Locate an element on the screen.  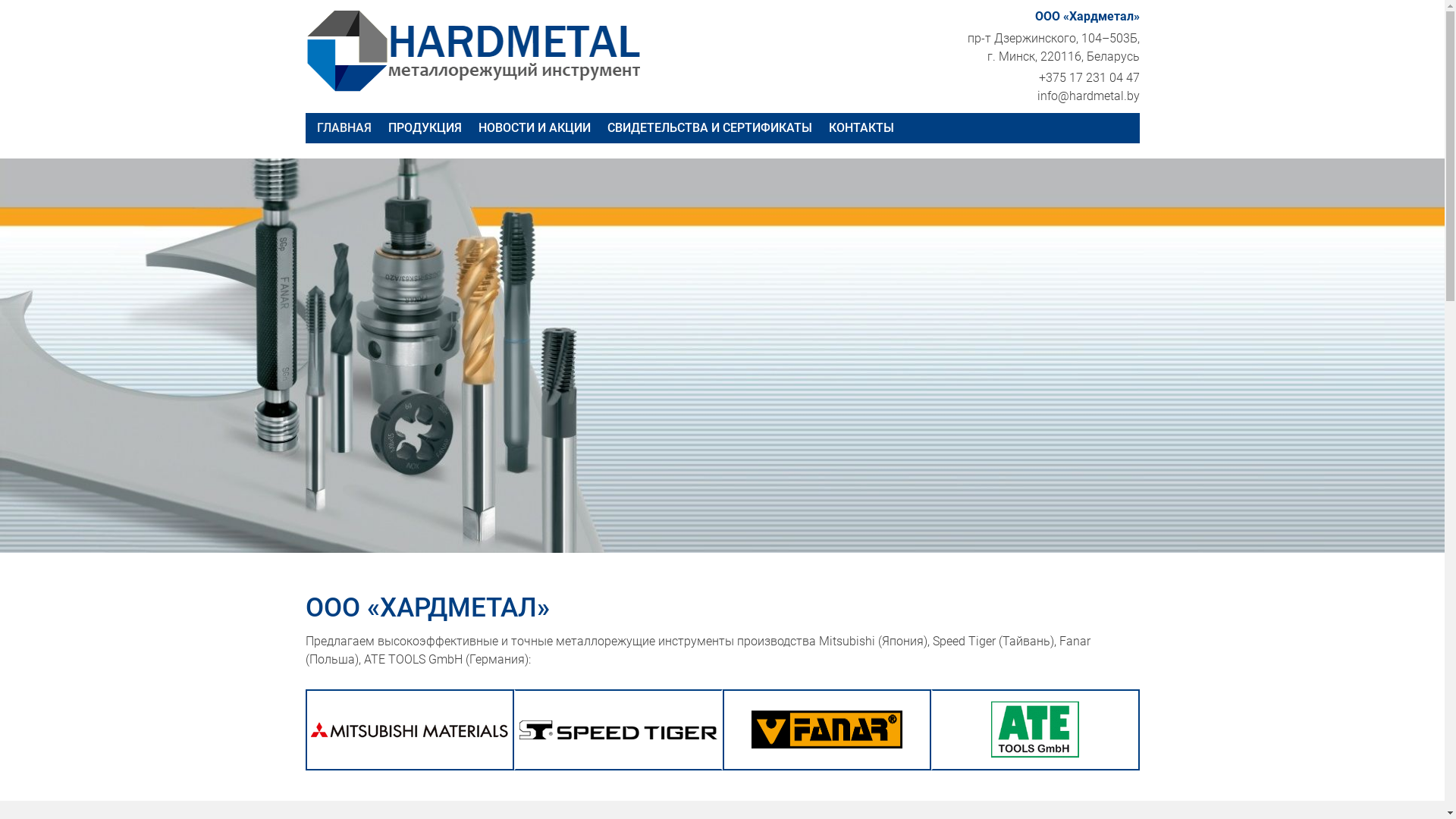
'2' is located at coordinates (714, 521).